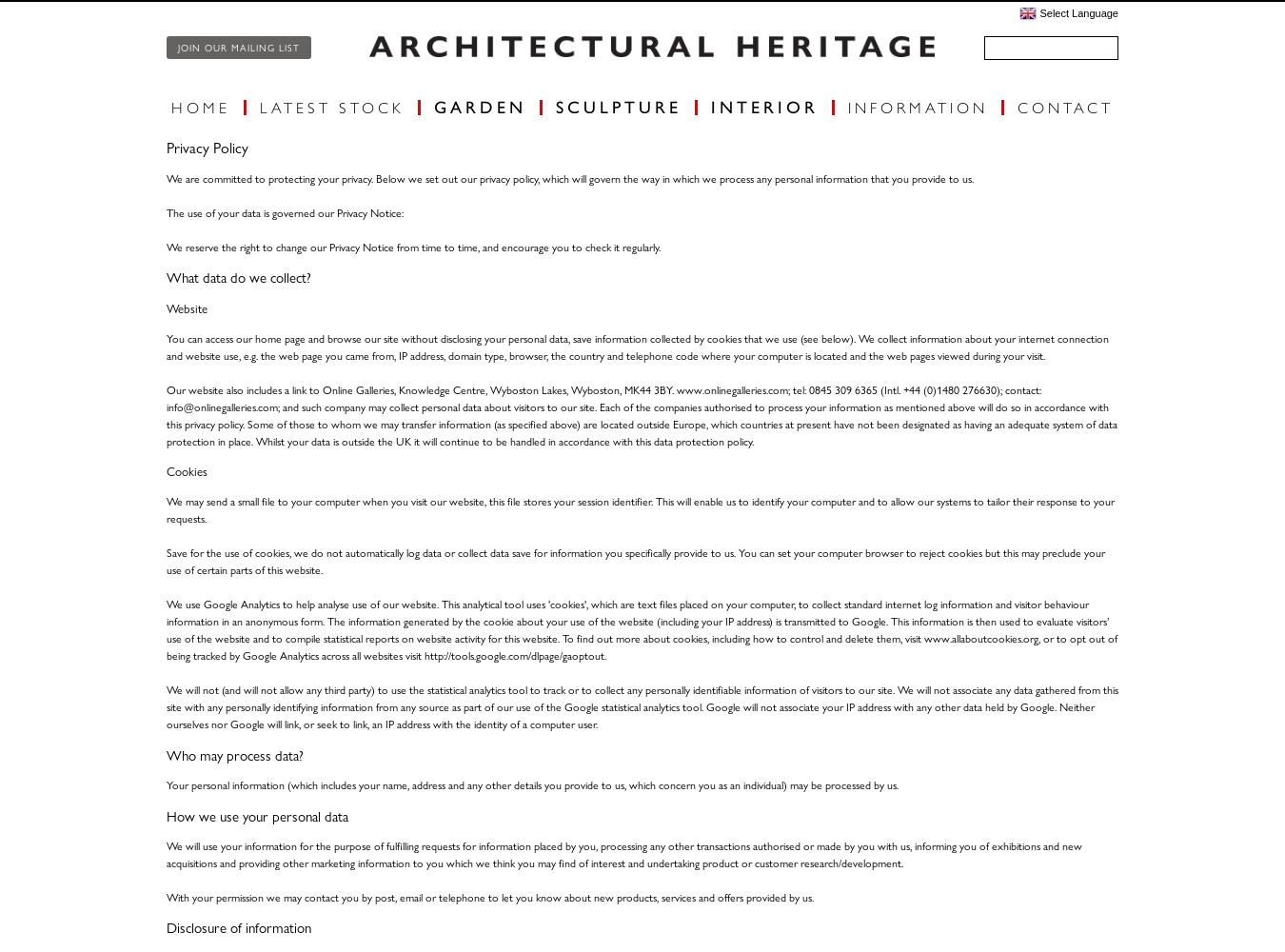 Image resolution: width=1285 pixels, height=952 pixels. Describe the element at coordinates (425, 655) in the screenshot. I see `'http://tools.google.com/dlpage/gaoptout'` at that location.